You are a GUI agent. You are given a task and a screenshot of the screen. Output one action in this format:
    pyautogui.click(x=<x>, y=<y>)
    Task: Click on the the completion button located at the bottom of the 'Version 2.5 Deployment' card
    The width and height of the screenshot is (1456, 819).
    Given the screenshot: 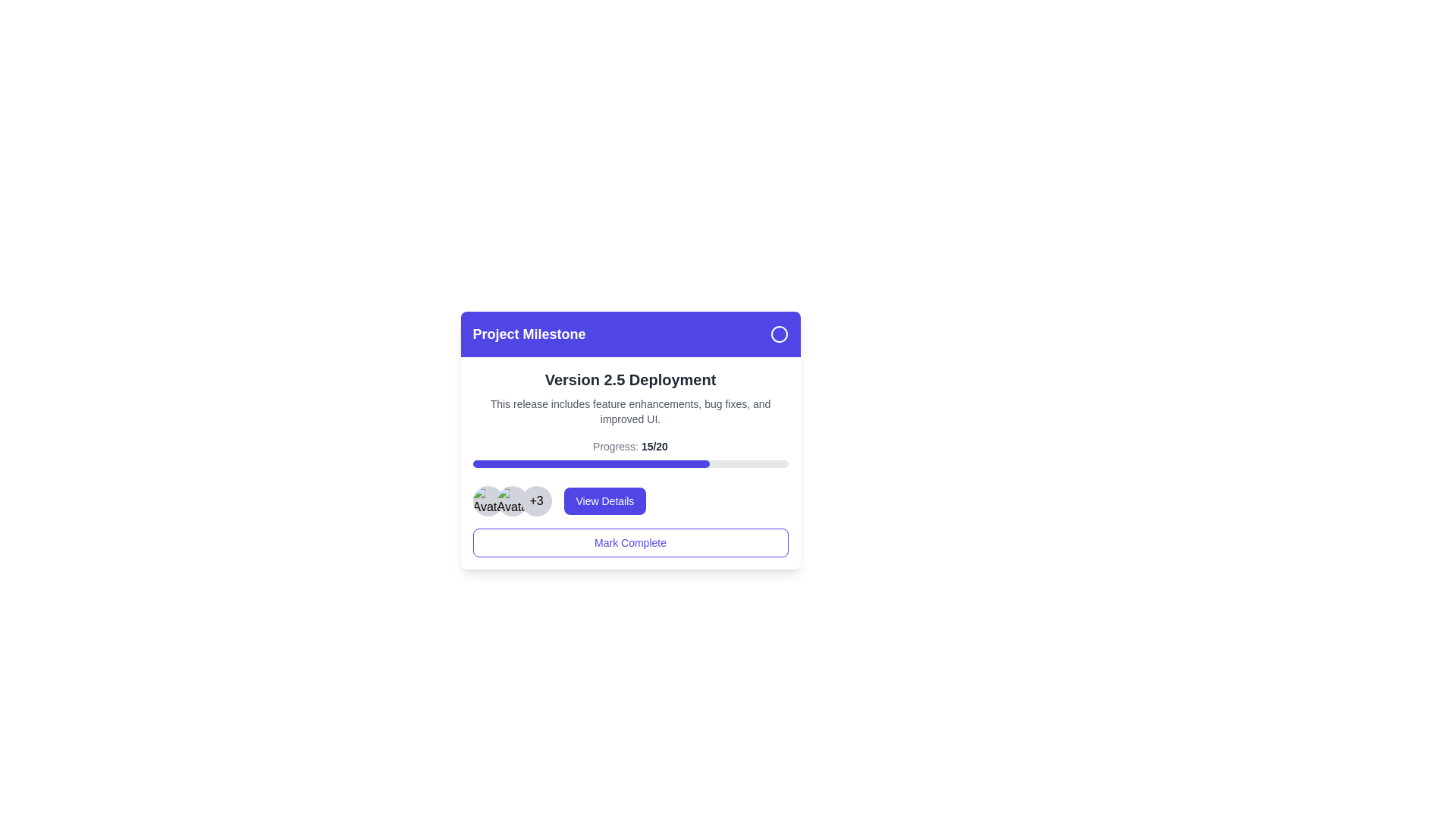 What is the action you would take?
    pyautogui.click(x=630, y=542)
    